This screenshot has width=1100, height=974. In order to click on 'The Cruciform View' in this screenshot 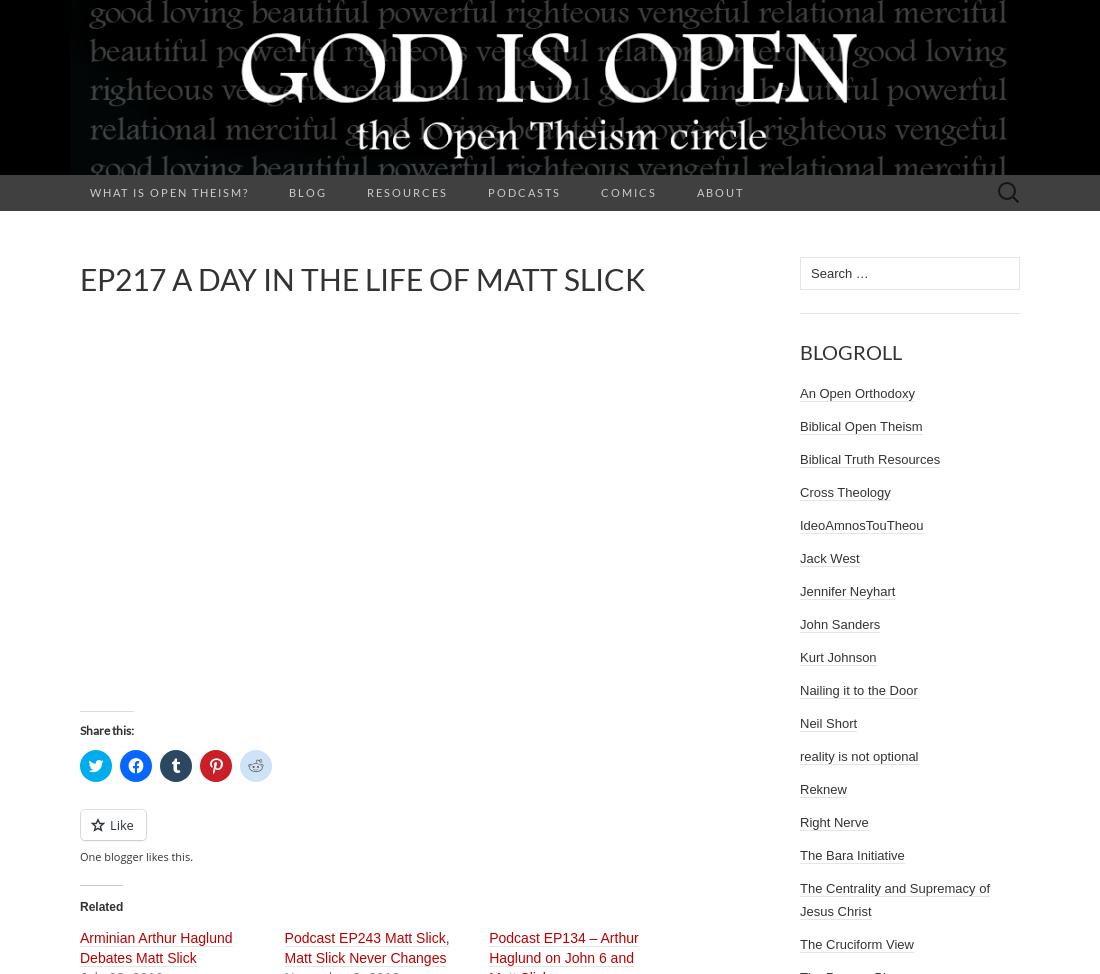, I will do `click(800, 943)`.